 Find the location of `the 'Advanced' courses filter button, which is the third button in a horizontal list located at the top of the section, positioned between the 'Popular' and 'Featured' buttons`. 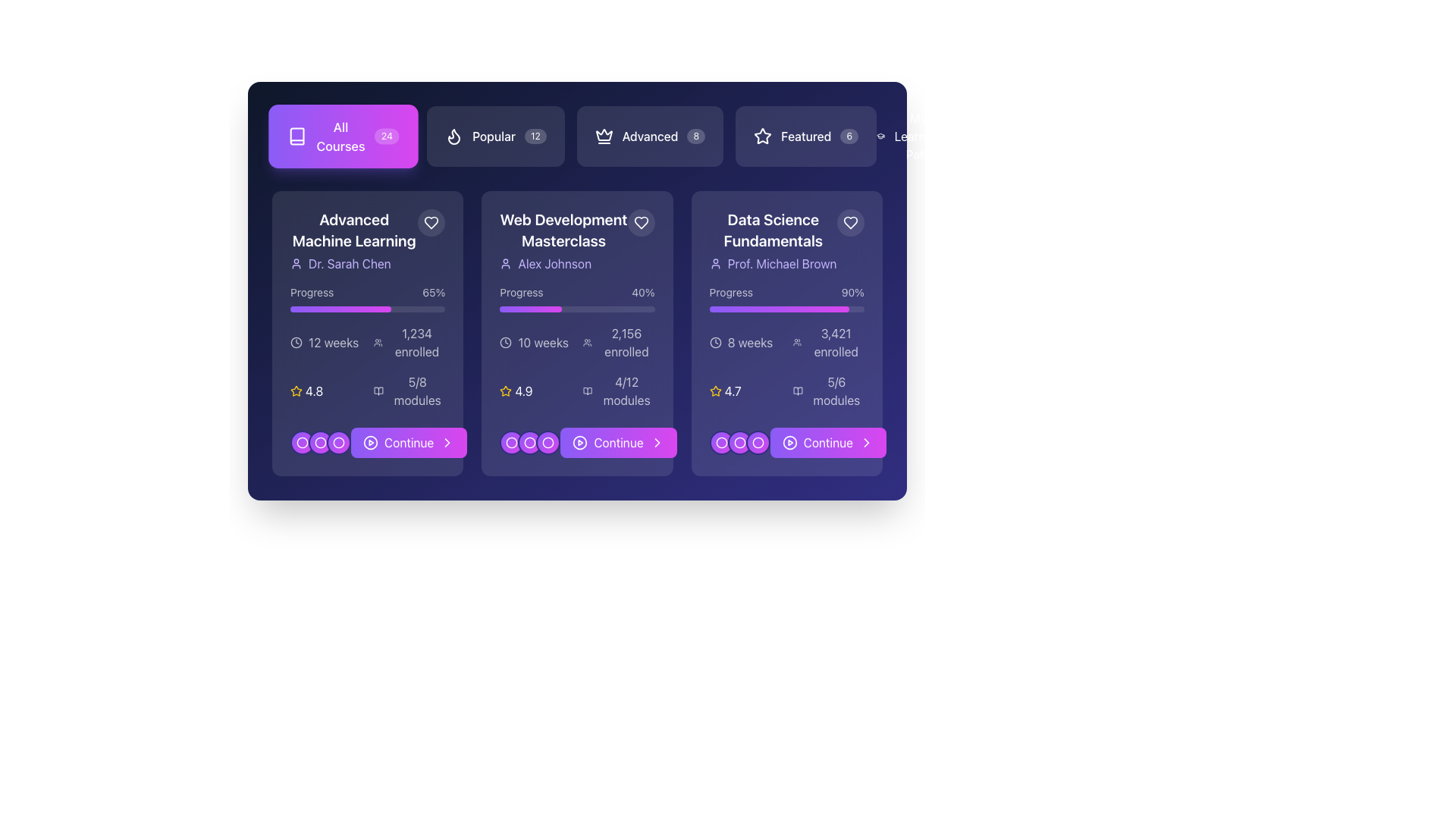

the 'Advanced' courses filter button, which is the third button in a horizontal list located at the top of the section, positioned between the 'Popular' and 'Featured' buttons is located at coordinates (650, 136).